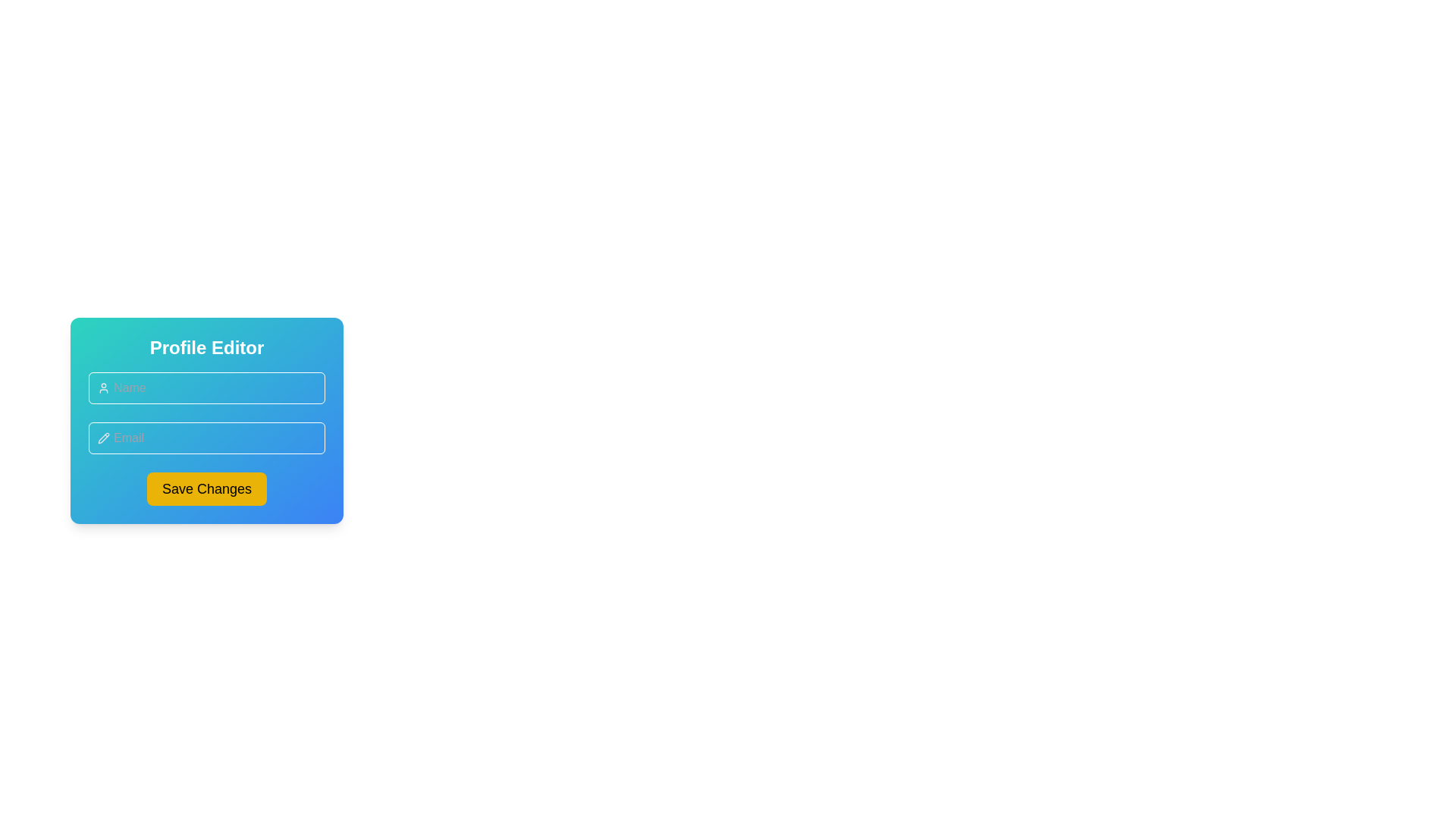 This screenshot has height=819, width=1456. I want to click on the small light gray pencil icon located inside the Email input field in the Profile Editor UI, positioned towards the left side and vertically centered, so click(103, 438).